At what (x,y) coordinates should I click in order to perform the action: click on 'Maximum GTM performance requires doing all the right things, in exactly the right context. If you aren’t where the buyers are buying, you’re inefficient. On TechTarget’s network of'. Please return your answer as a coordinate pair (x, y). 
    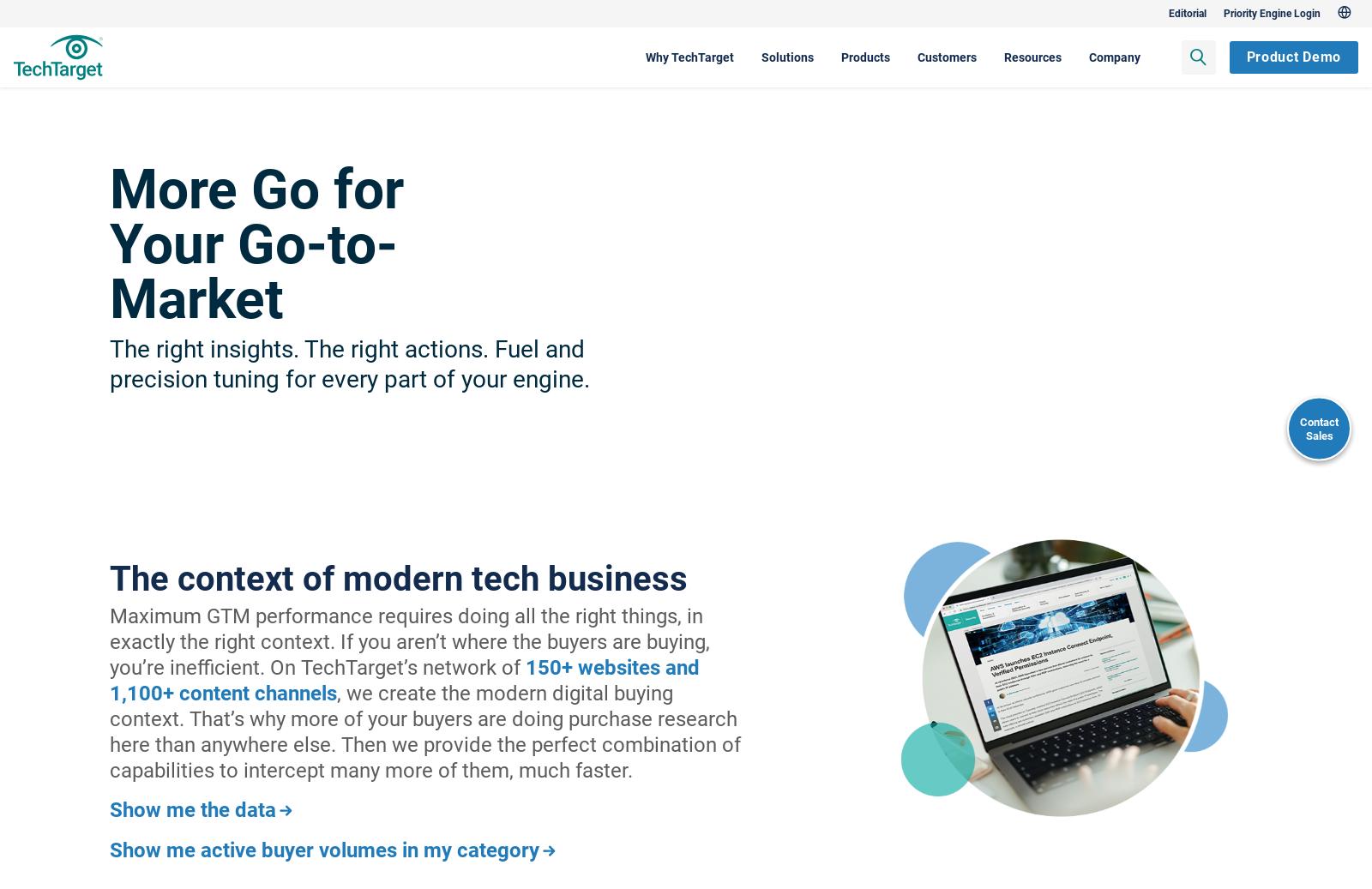
    Looking at the image, I should click on (408, 642).